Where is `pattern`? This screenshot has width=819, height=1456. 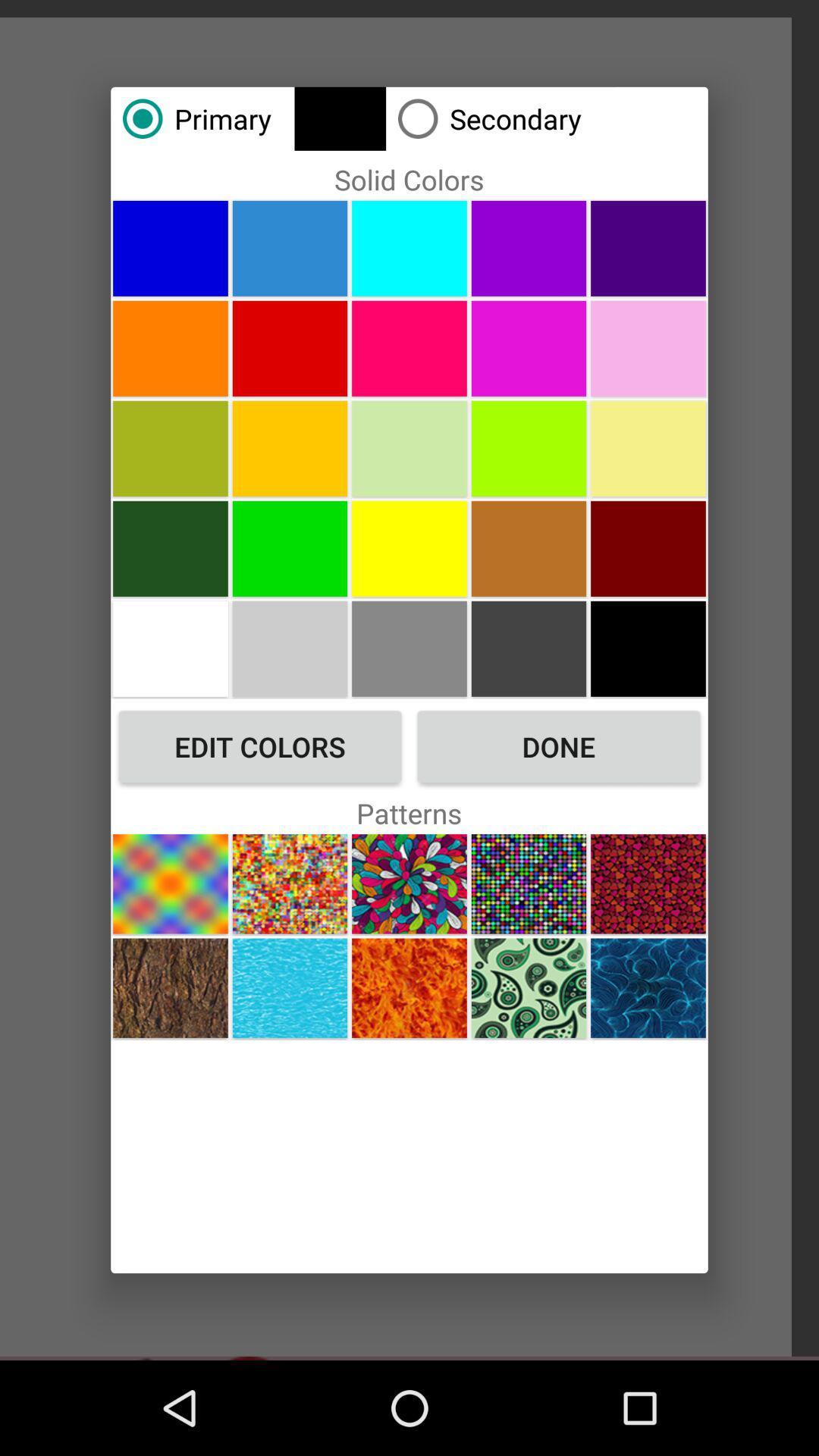
pattern is located at coordinates (648, 883).